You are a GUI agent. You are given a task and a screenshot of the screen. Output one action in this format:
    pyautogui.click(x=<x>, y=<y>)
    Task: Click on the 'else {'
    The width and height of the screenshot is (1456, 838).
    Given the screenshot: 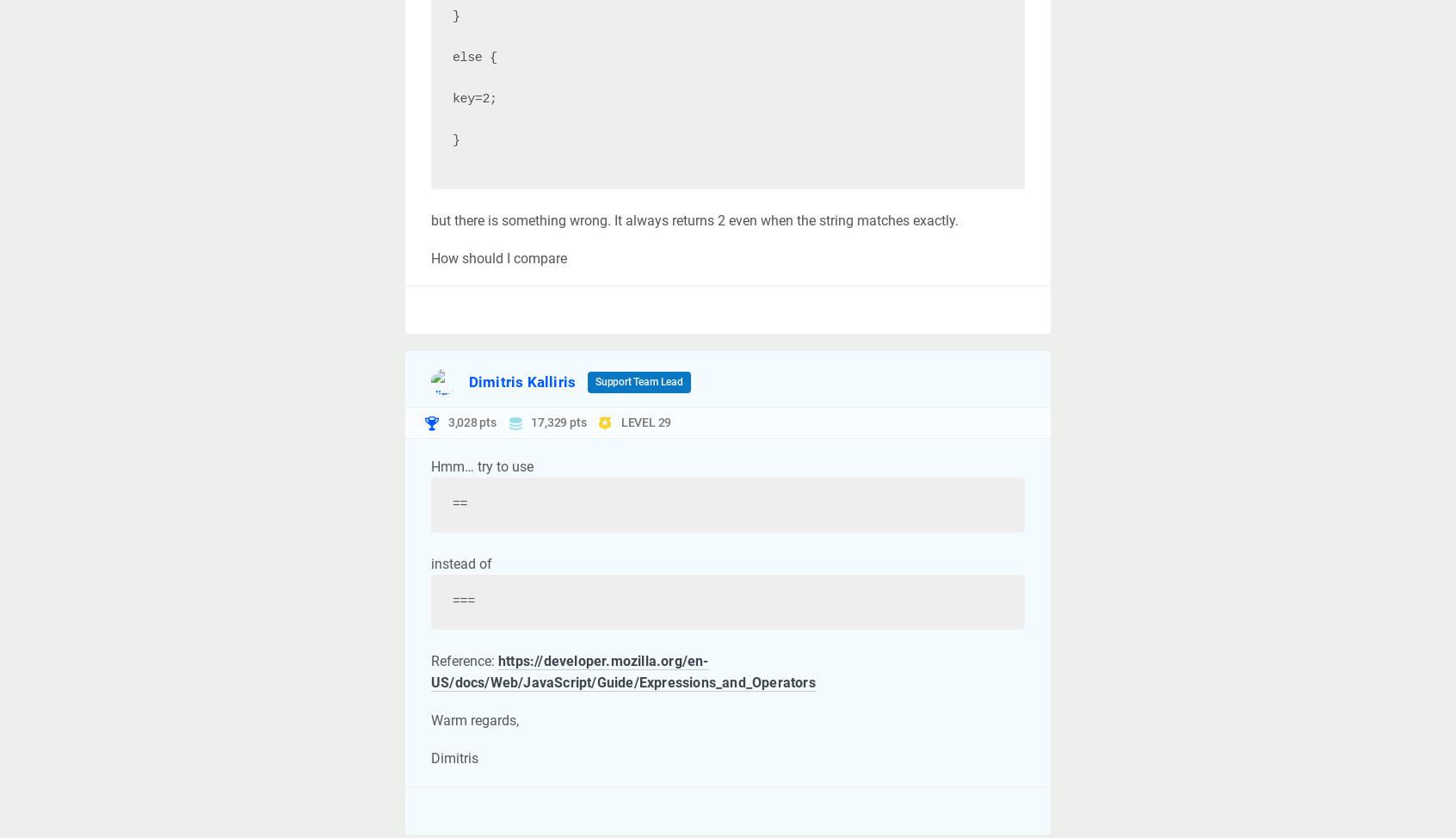 What is the action you would take?
    pyautogui.click(x=453, y=57)
    